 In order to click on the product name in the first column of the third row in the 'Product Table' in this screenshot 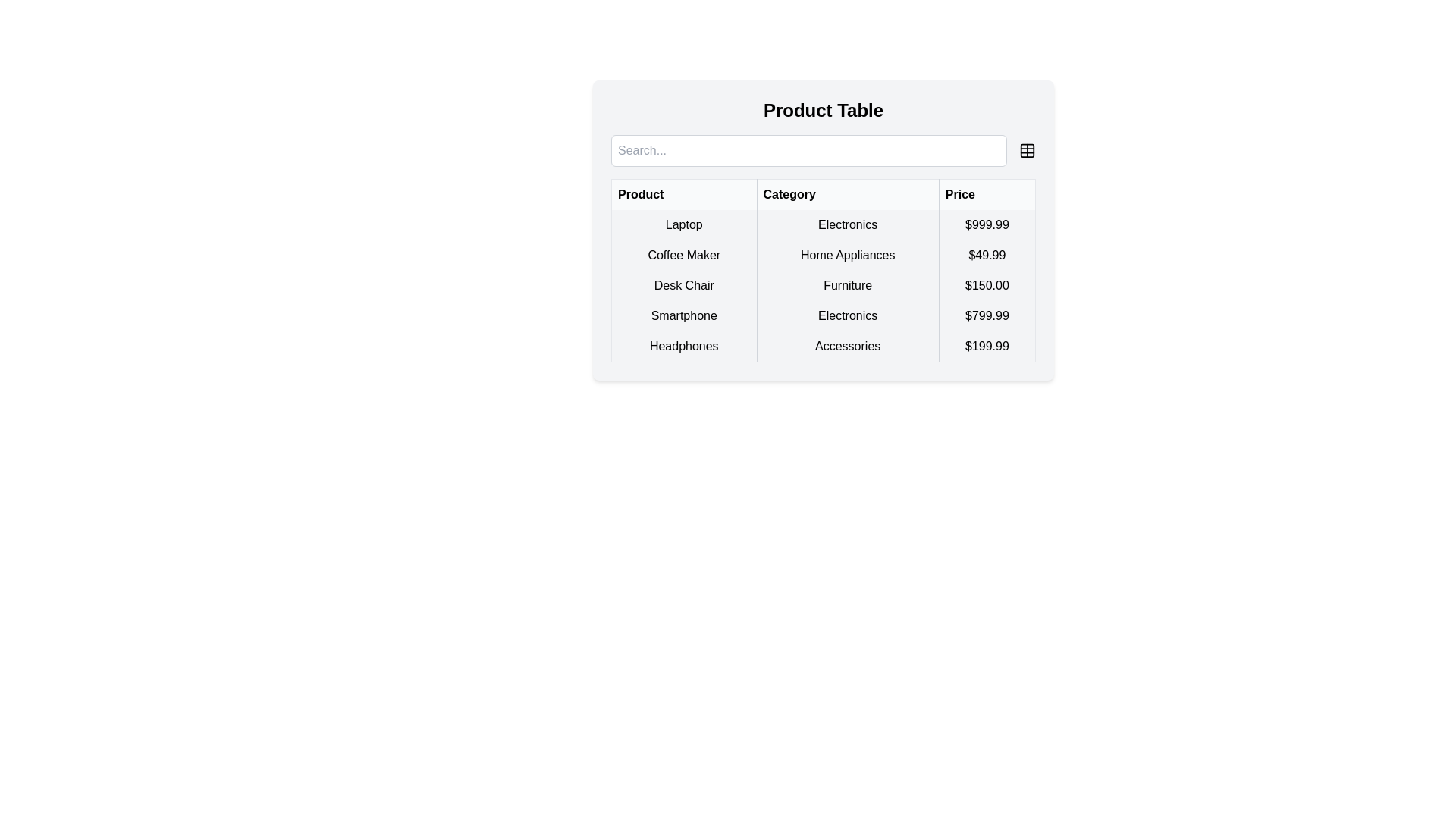, I will do `click(683, 286)`.